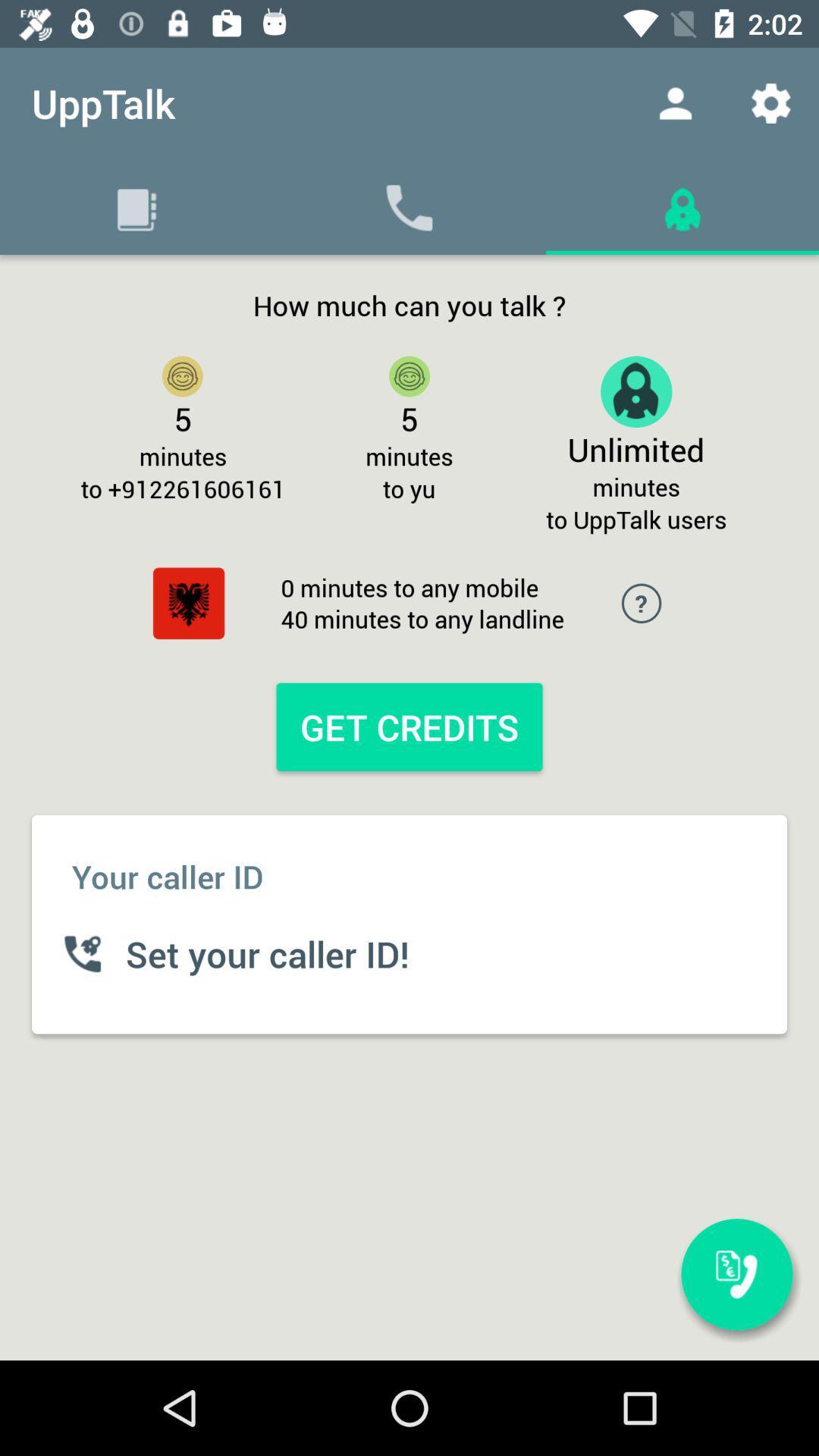  Describe the element at coordinates (188, 602) in the screenshot. I see `item above the your caller id item` at that location.